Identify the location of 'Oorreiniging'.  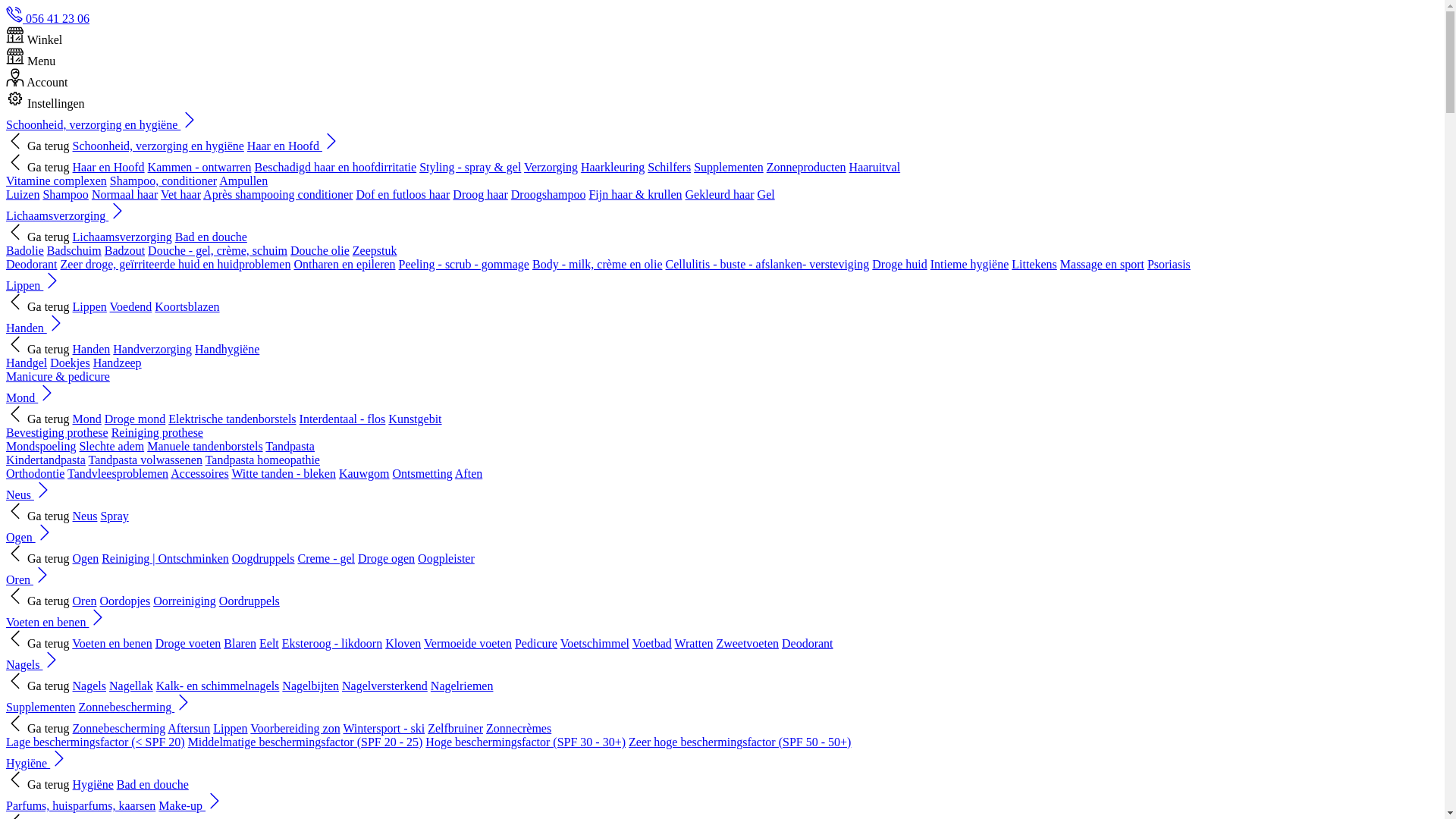
(184, 600).